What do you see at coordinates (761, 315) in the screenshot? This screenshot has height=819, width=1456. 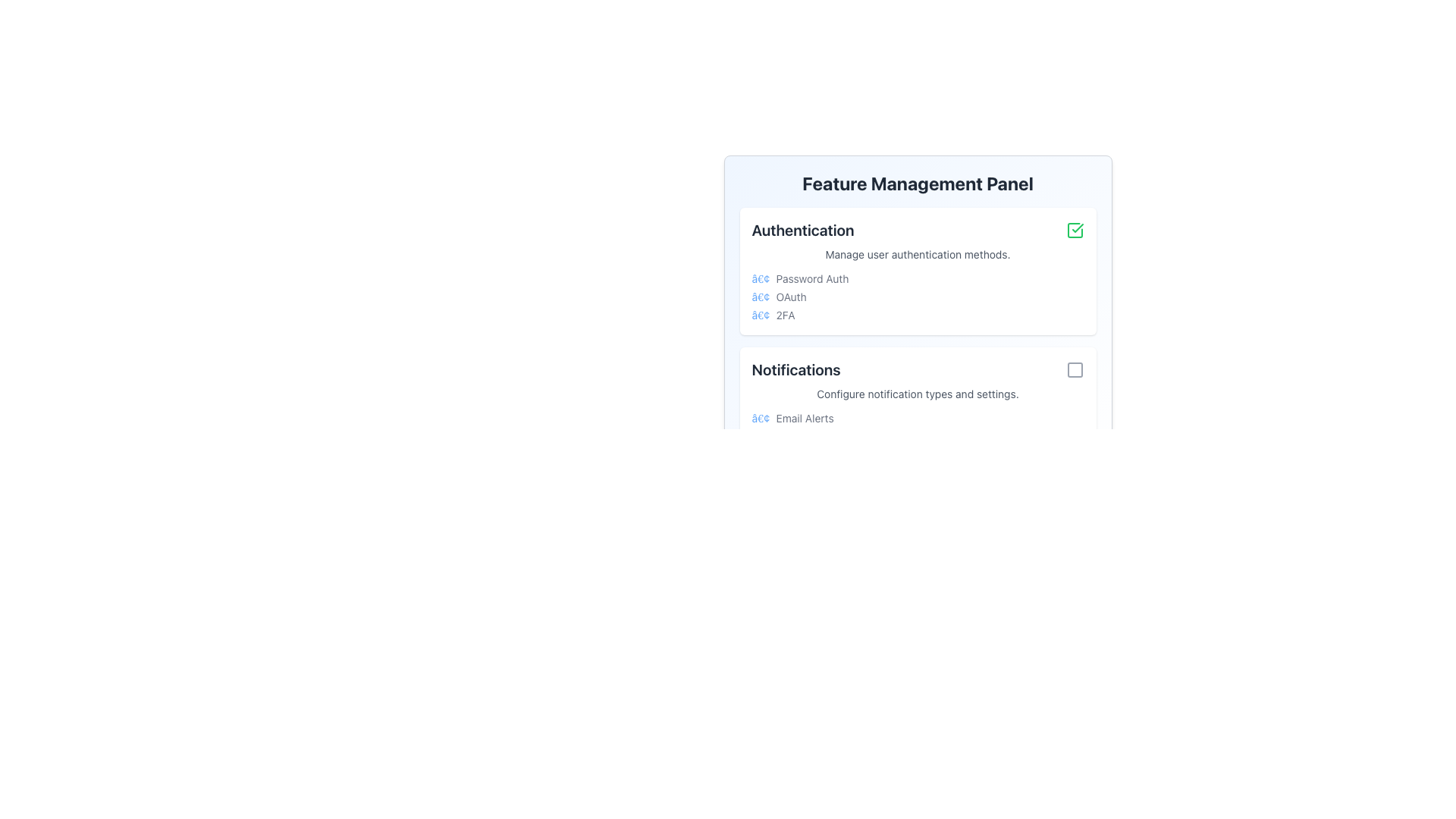 I see `the blue bullet point in the list item labeled '2FA' under the 'Authentication' section` at bounding box center [761, 315].